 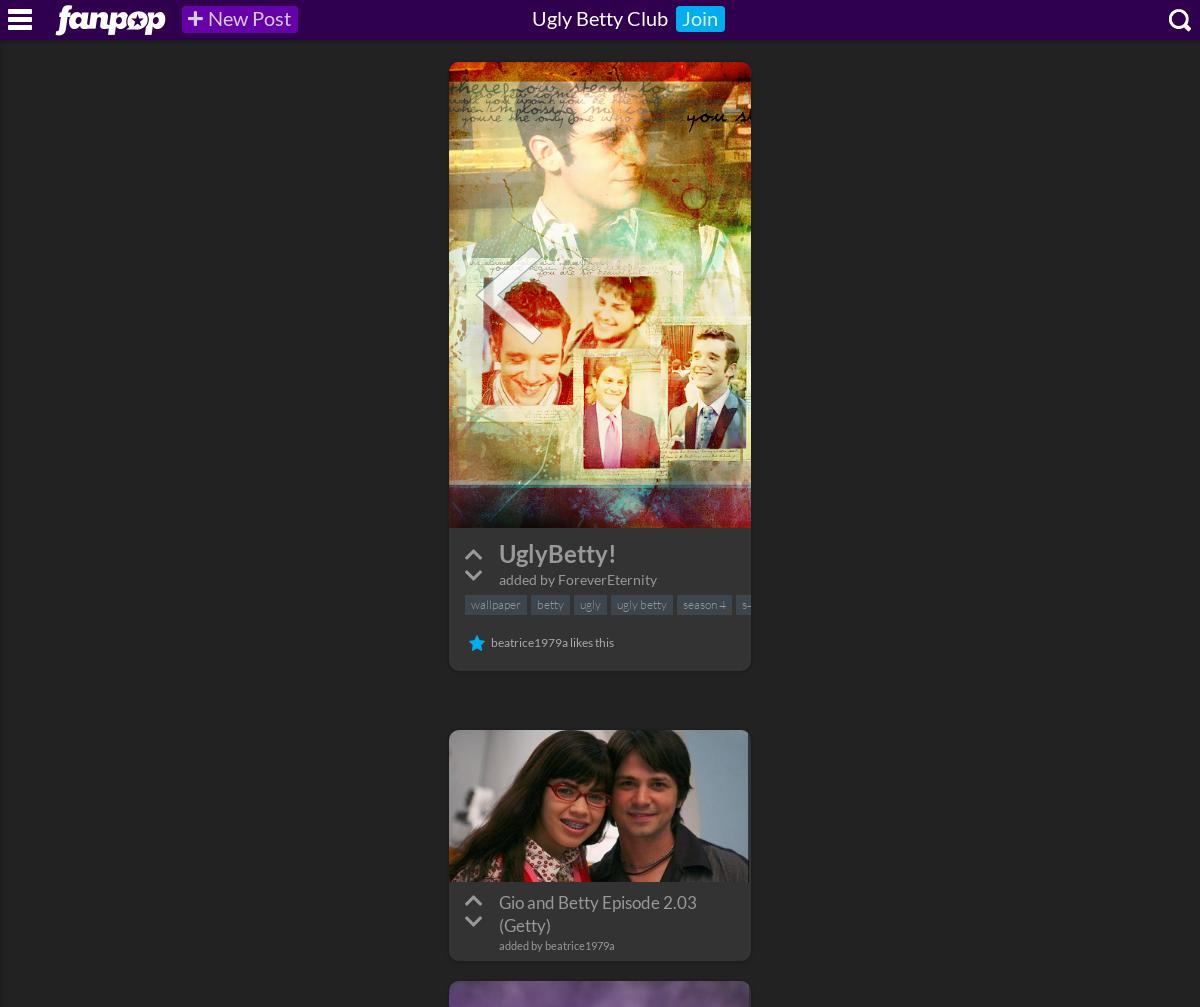 I want to click on 's4', so click(x=747, y=603).